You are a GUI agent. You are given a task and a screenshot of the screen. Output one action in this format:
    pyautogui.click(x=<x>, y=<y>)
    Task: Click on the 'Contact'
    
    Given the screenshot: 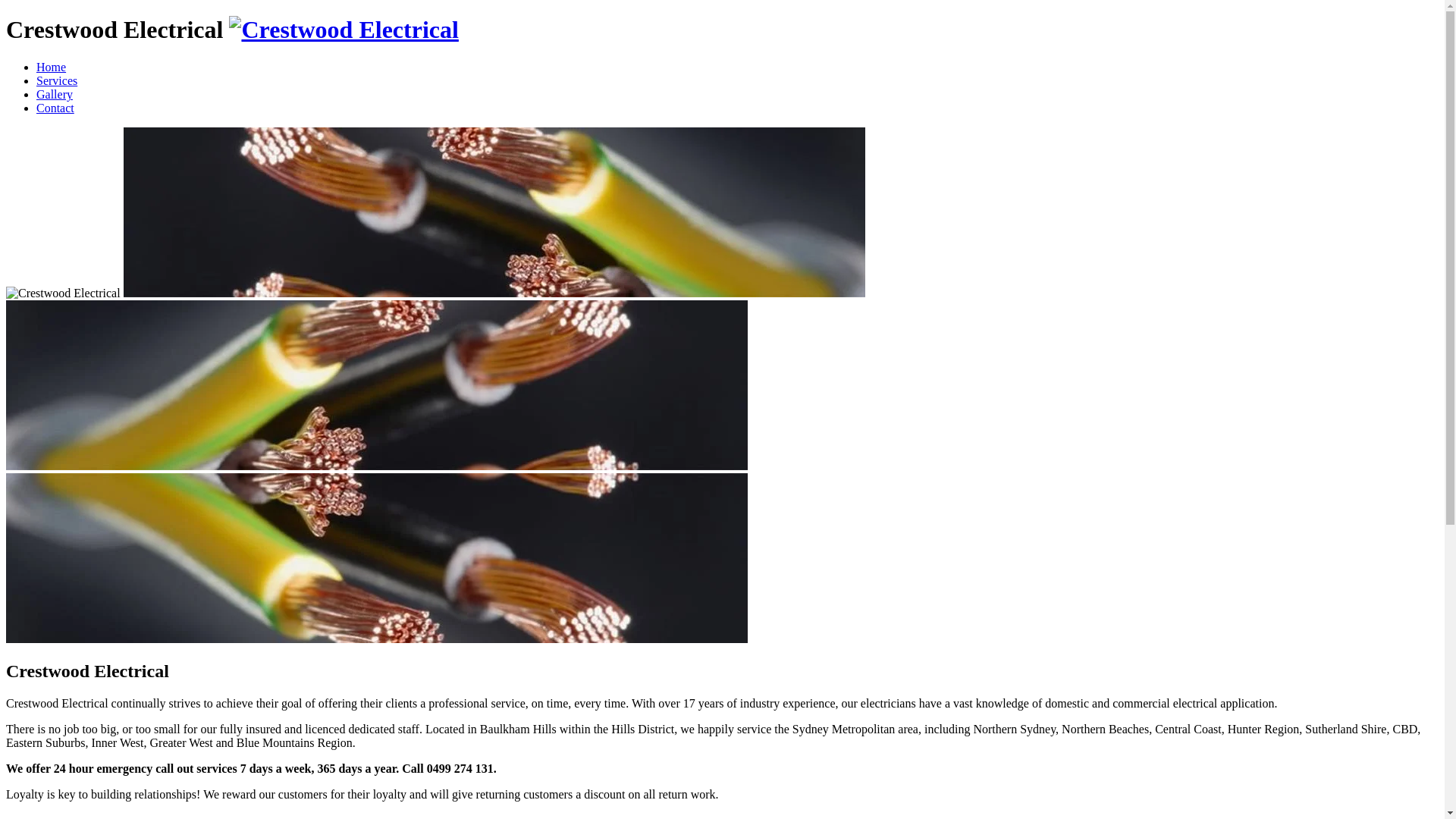 What is the action you would take?
    pyautogui.click(x=55, y=107)
    